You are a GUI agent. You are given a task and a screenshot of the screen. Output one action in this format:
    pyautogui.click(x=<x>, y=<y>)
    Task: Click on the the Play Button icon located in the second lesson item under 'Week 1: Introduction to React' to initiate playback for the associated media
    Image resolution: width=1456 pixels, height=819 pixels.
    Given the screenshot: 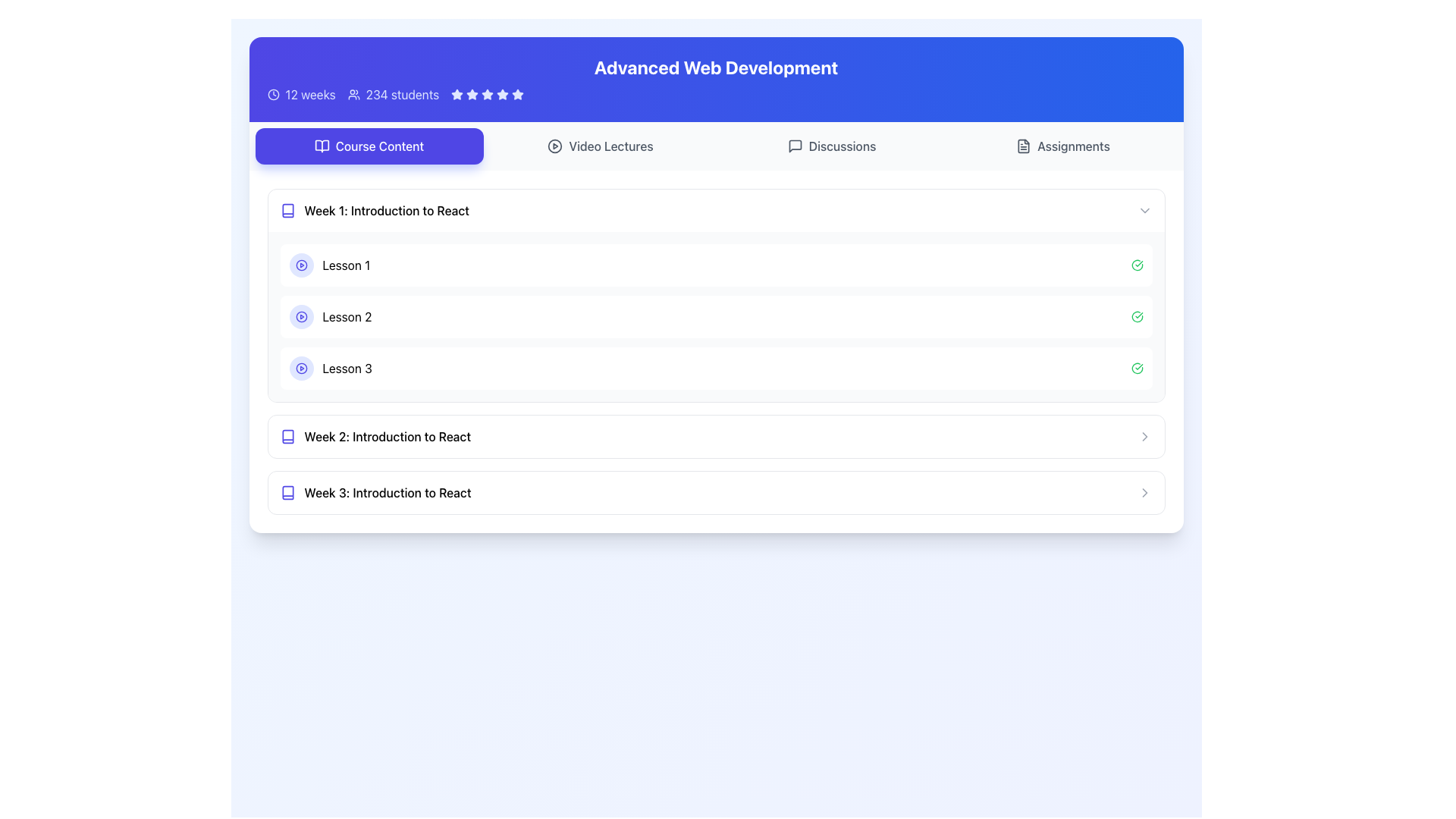 What is the action you would take?
    pyautogui.click(x=301, y=315)
    